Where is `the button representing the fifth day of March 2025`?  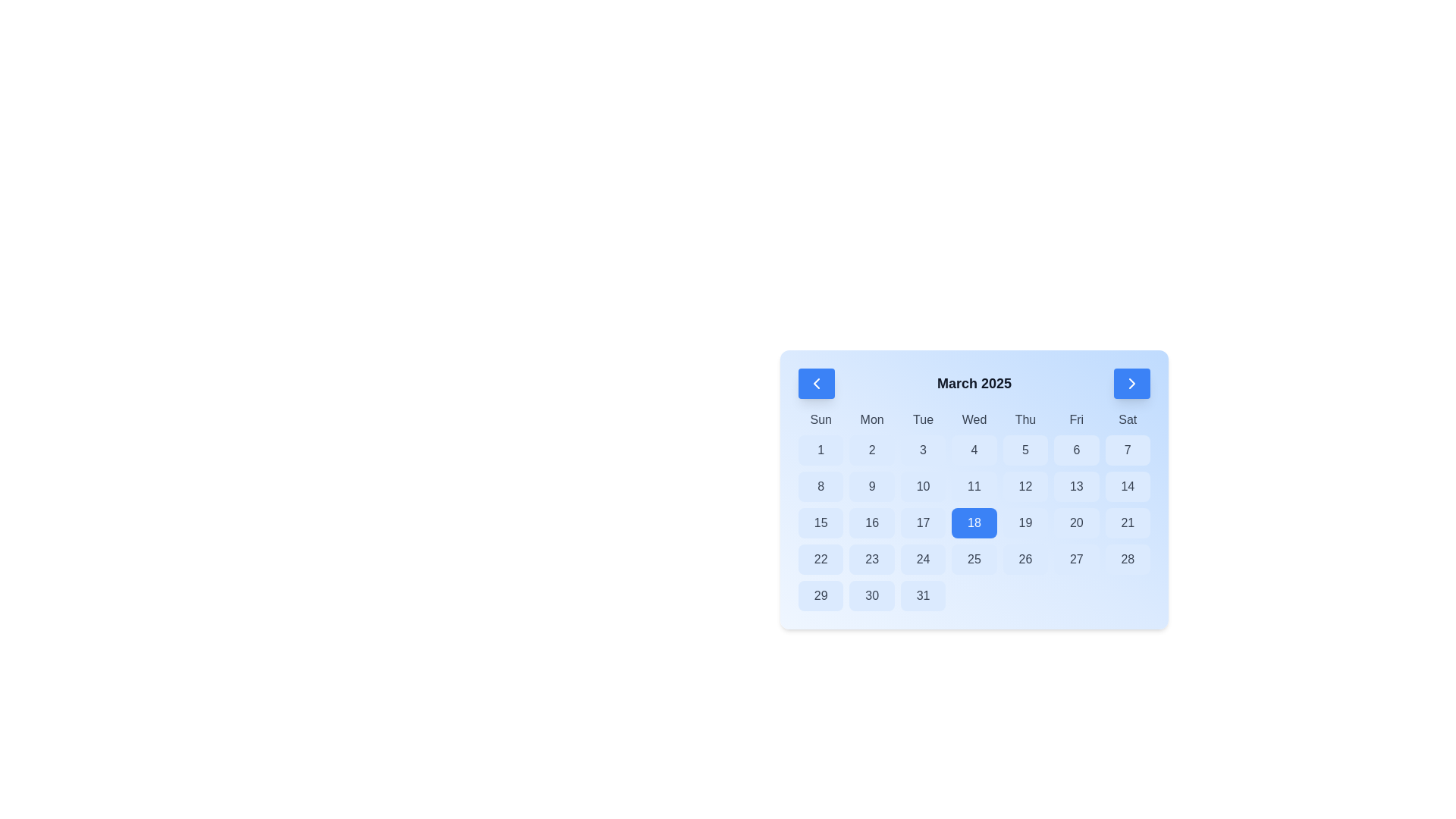 the button representing the fifth day of March 2025 is located at coordinates (1025, 450).